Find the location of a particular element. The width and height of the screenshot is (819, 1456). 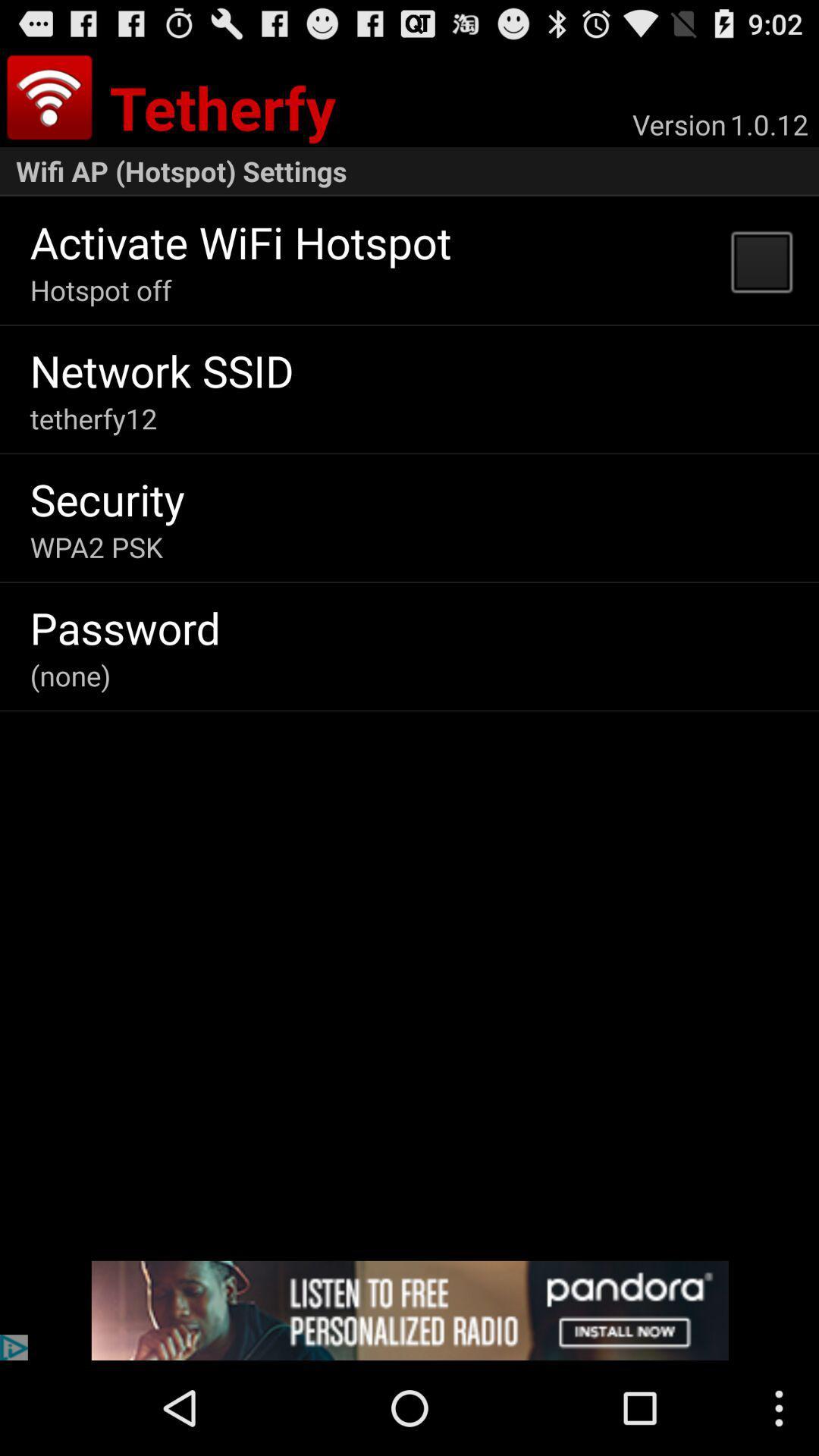

(none) is located at coordinates (70, 675).